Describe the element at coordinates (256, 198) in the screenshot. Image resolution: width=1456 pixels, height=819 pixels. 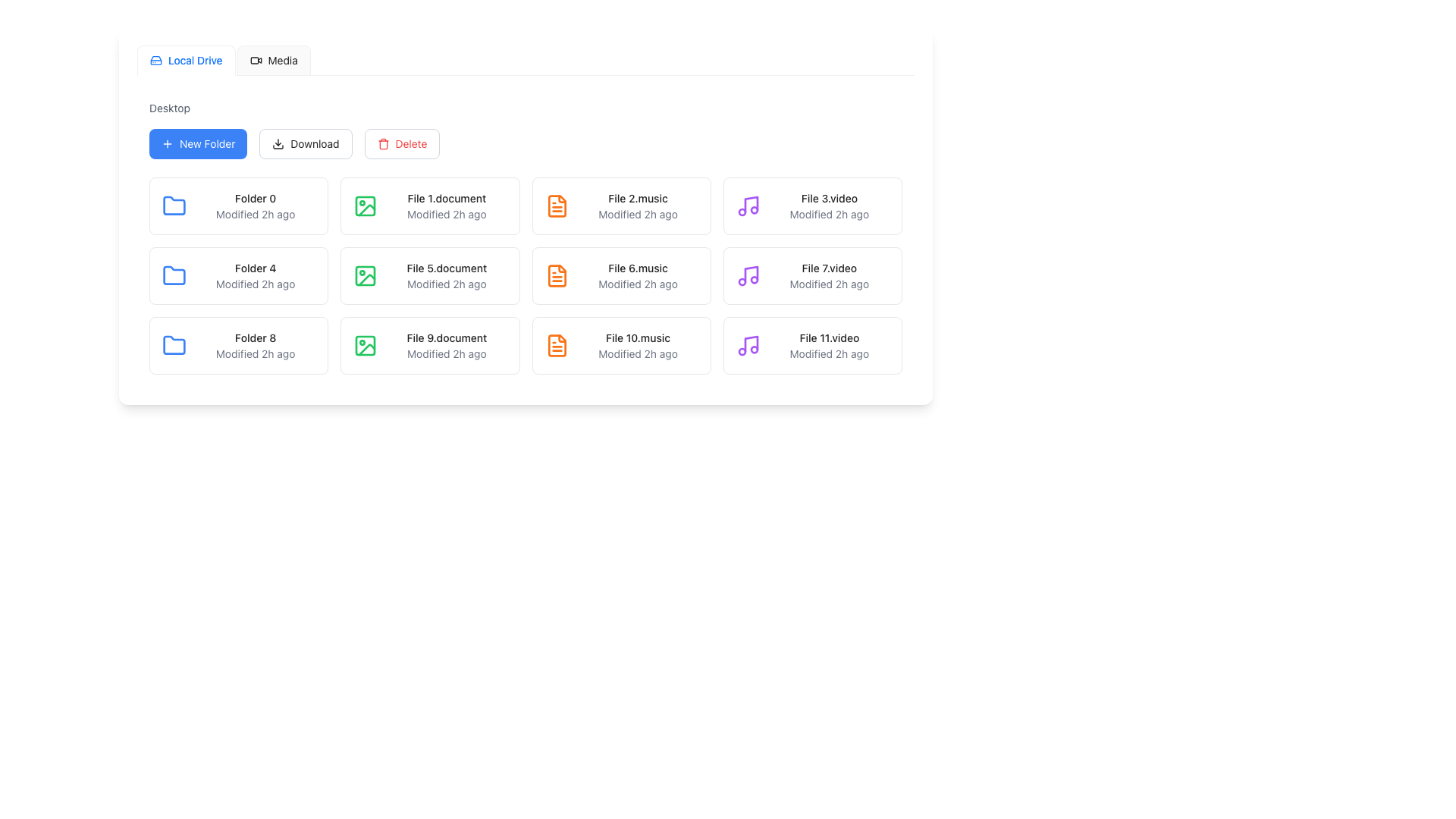
I see `the text label reading 'Folder 0'` at that location.